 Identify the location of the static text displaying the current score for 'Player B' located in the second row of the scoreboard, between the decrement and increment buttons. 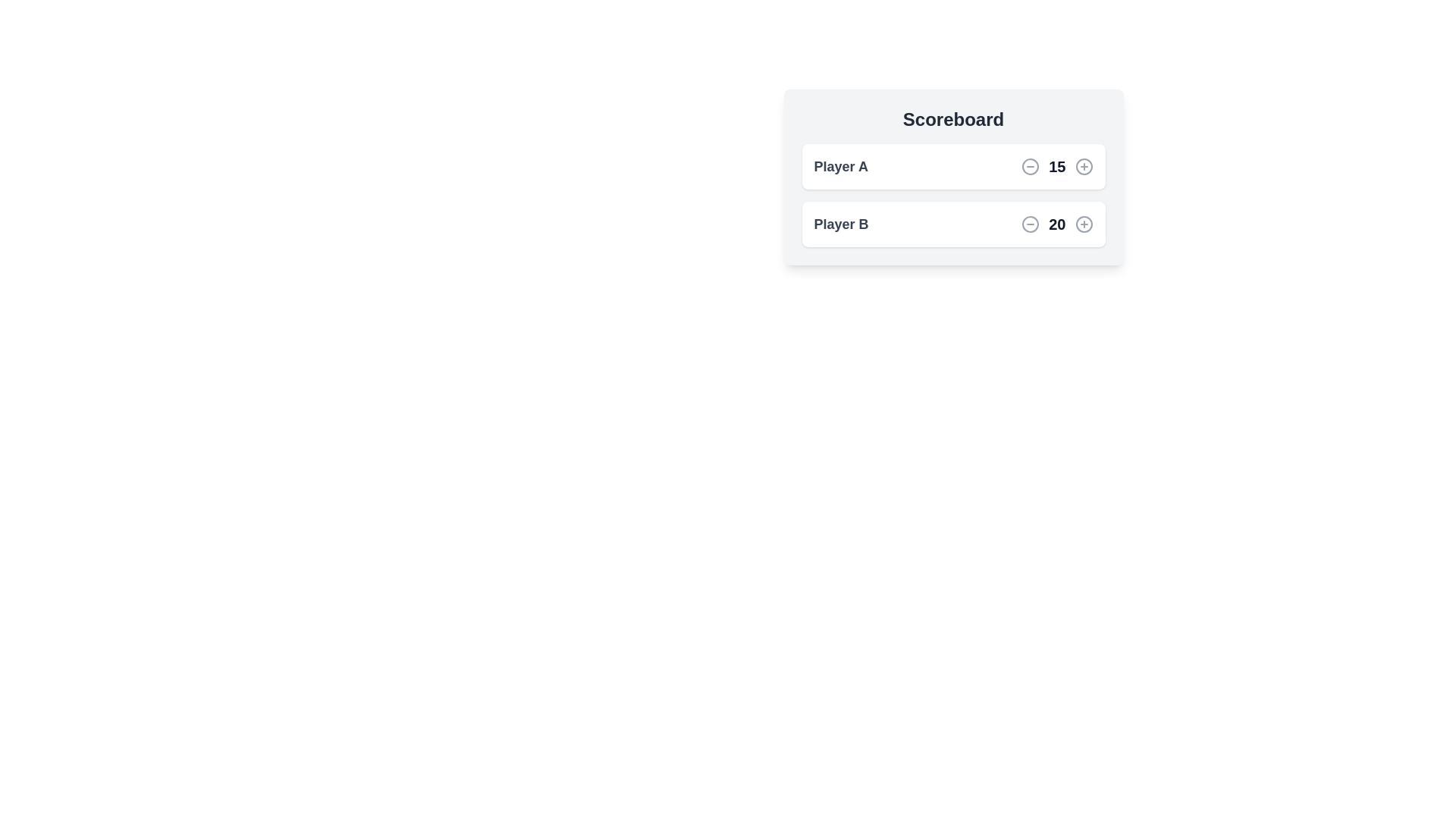
(1056, 224).